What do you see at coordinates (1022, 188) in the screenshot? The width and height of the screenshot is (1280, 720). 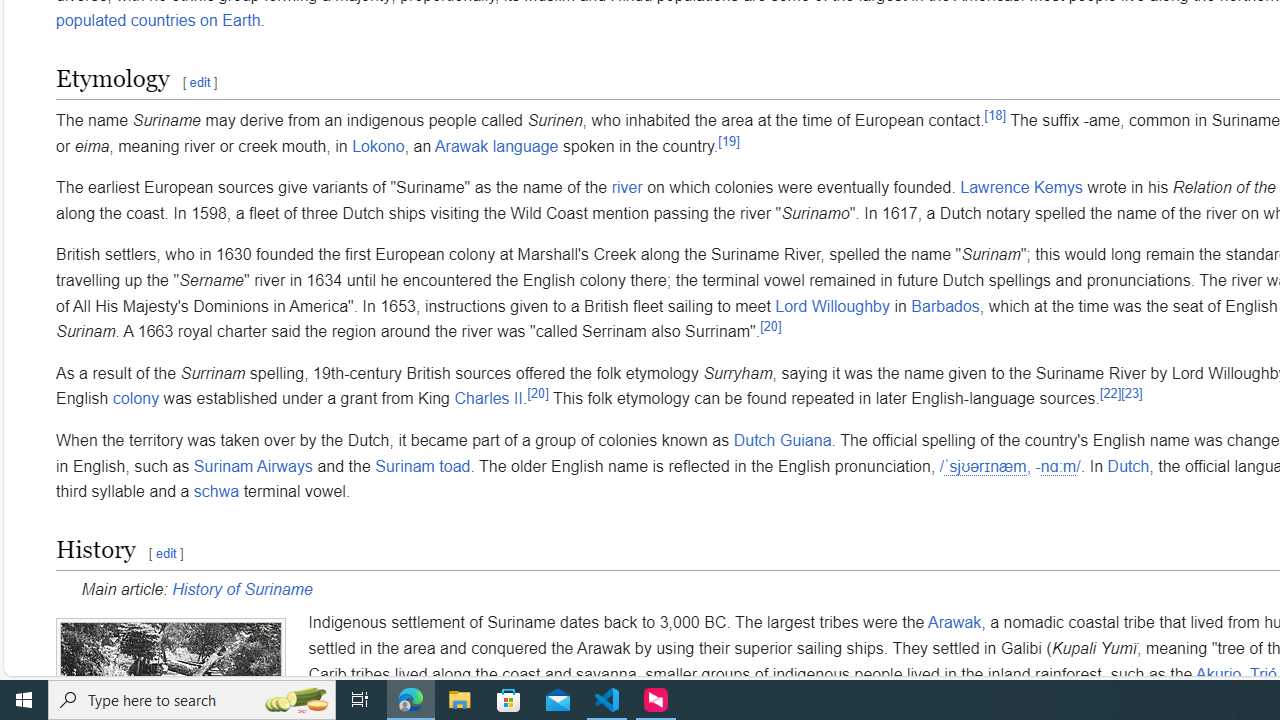 I see `'Lawrence Kemys'` at bounding box center [1022, 188].